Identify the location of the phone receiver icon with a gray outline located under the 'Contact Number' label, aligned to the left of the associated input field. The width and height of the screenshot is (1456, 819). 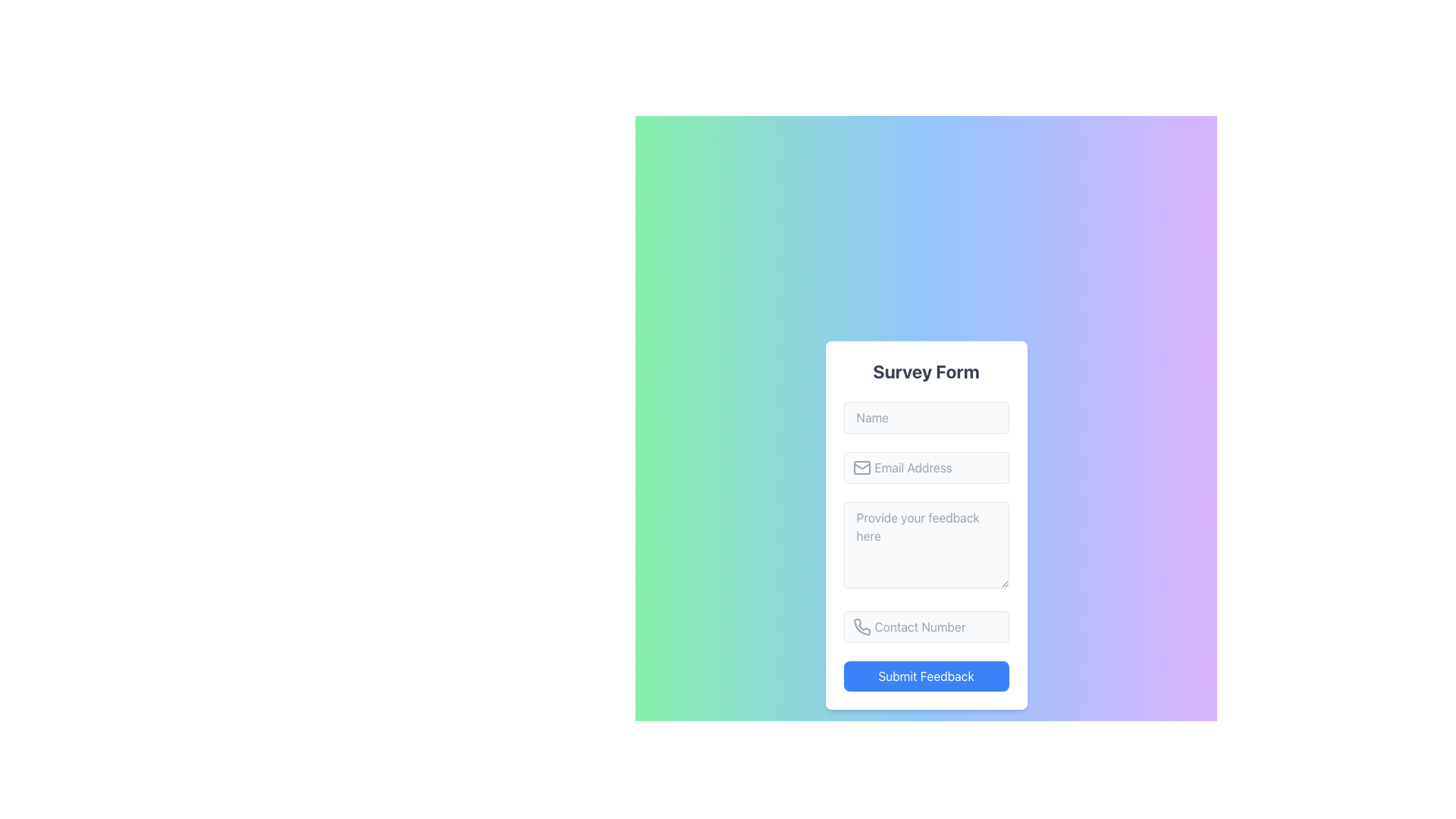
(861, 626).